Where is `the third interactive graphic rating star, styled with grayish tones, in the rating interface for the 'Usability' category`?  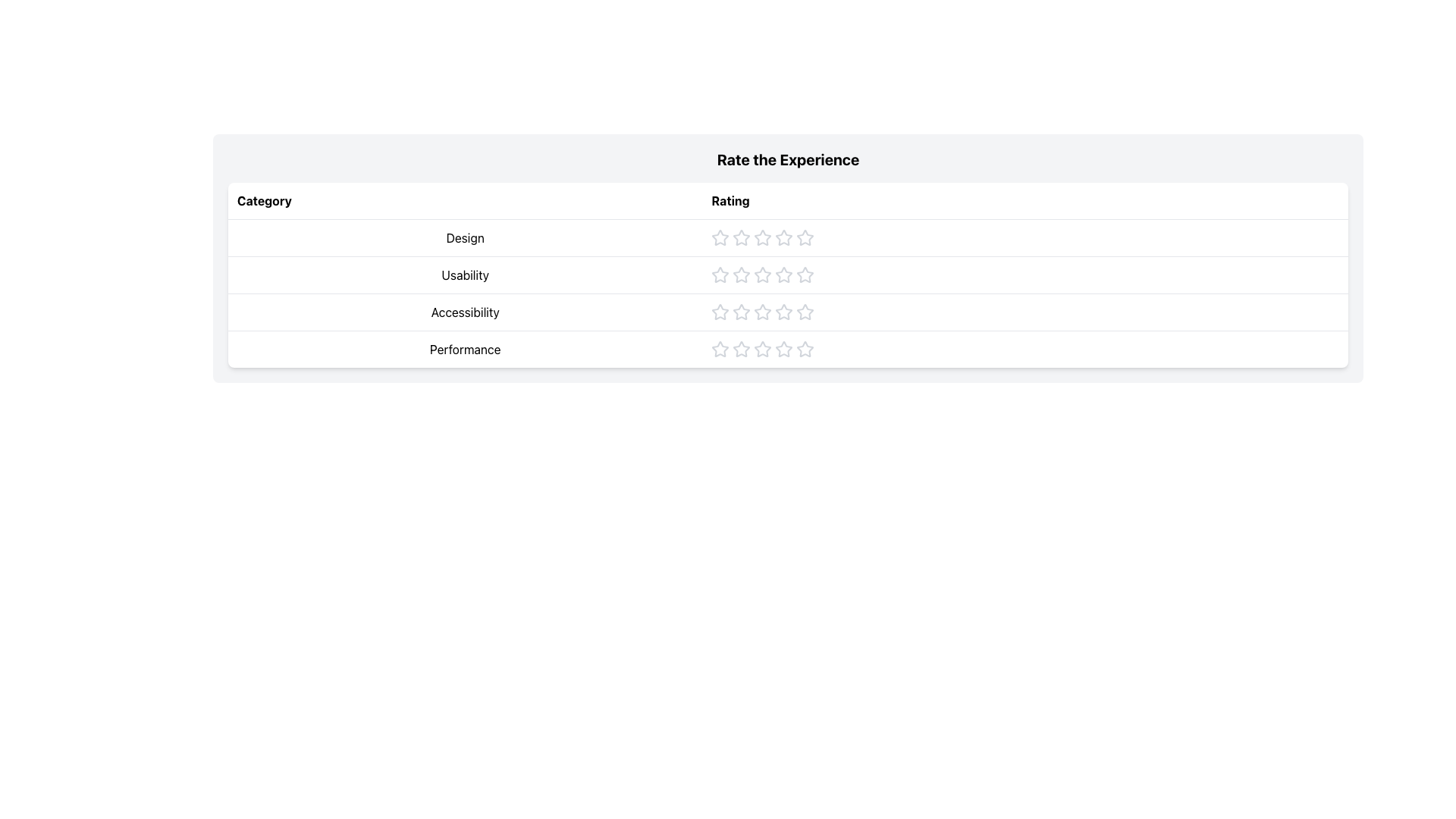
the third interactive graphic rating star, styled with grayish tones, in the rating interface for the 'Usability' category is located at coordinates (763, 275).